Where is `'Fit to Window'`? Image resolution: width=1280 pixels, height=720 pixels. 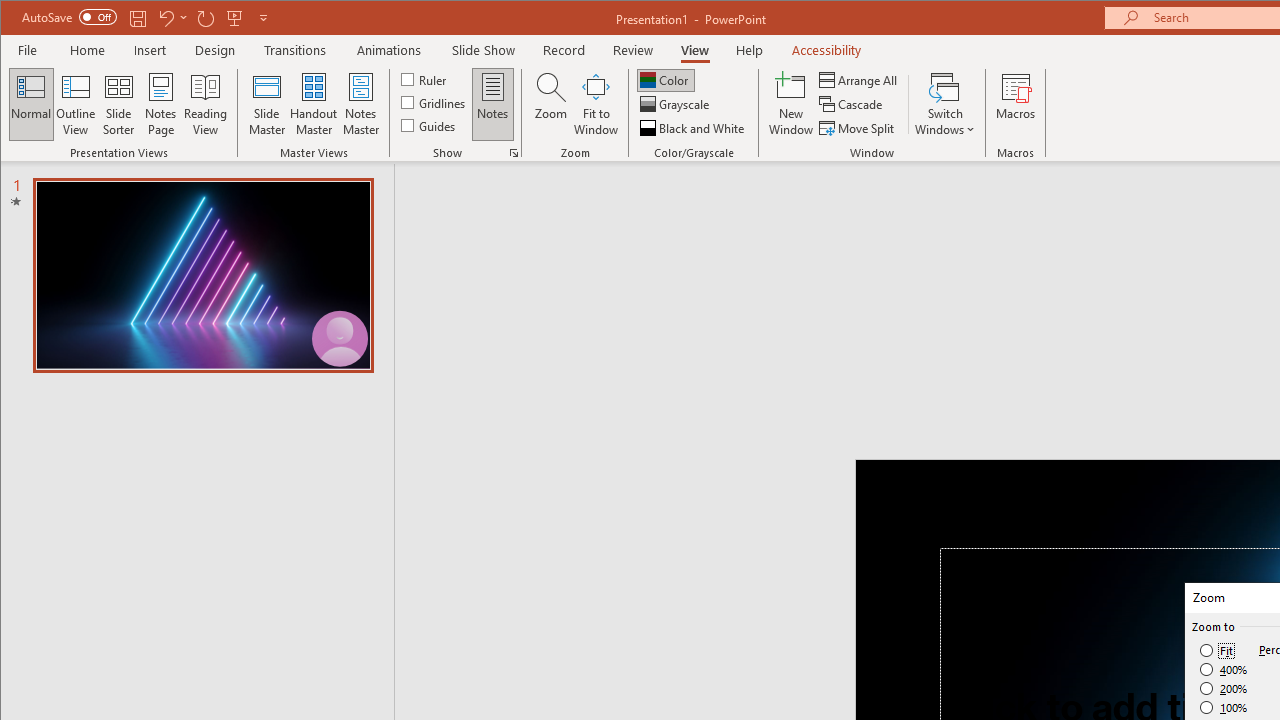
'Fit to Window' is located at coordinates (595, 104).